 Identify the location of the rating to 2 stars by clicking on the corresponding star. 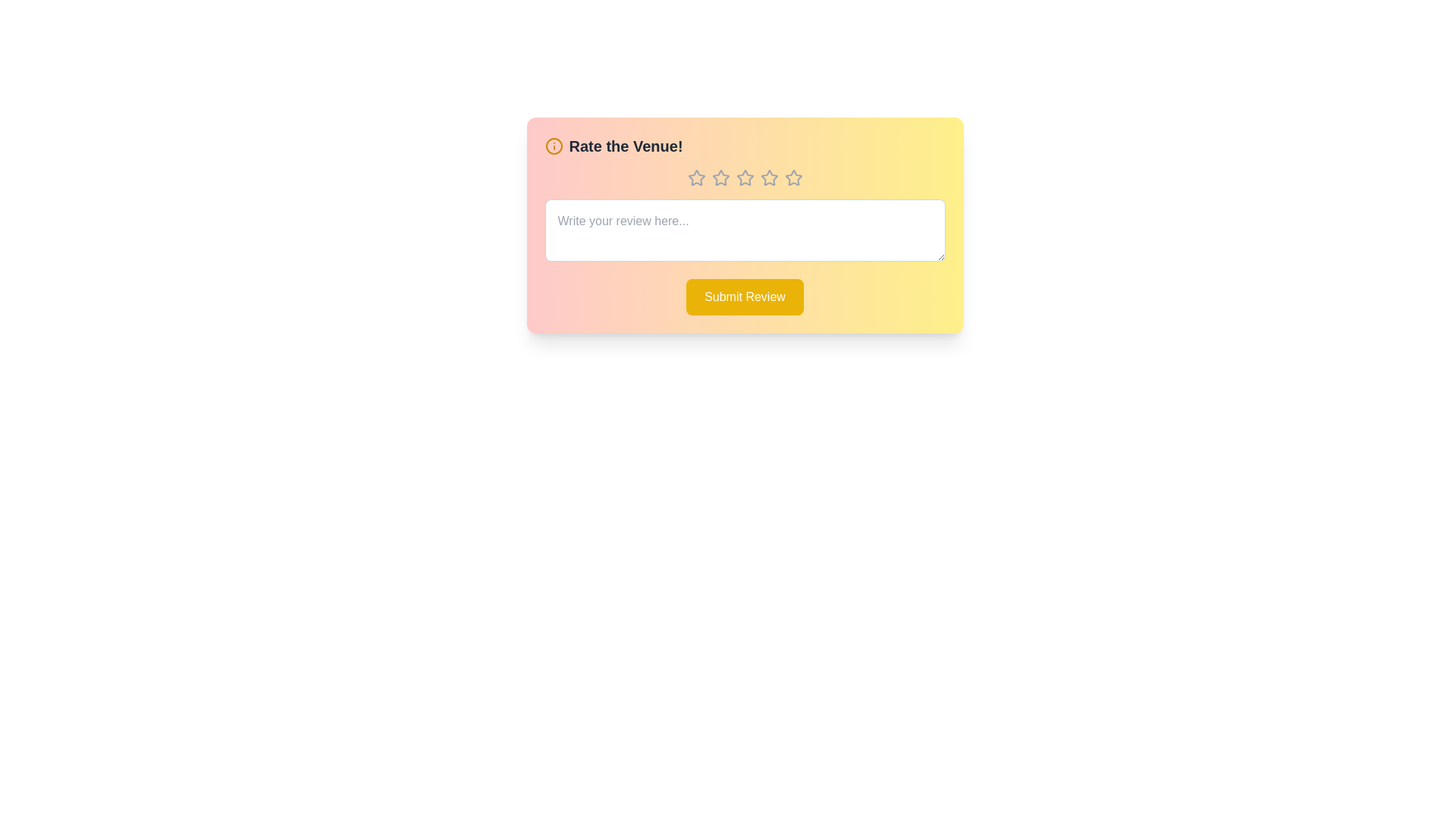
(720, 177).